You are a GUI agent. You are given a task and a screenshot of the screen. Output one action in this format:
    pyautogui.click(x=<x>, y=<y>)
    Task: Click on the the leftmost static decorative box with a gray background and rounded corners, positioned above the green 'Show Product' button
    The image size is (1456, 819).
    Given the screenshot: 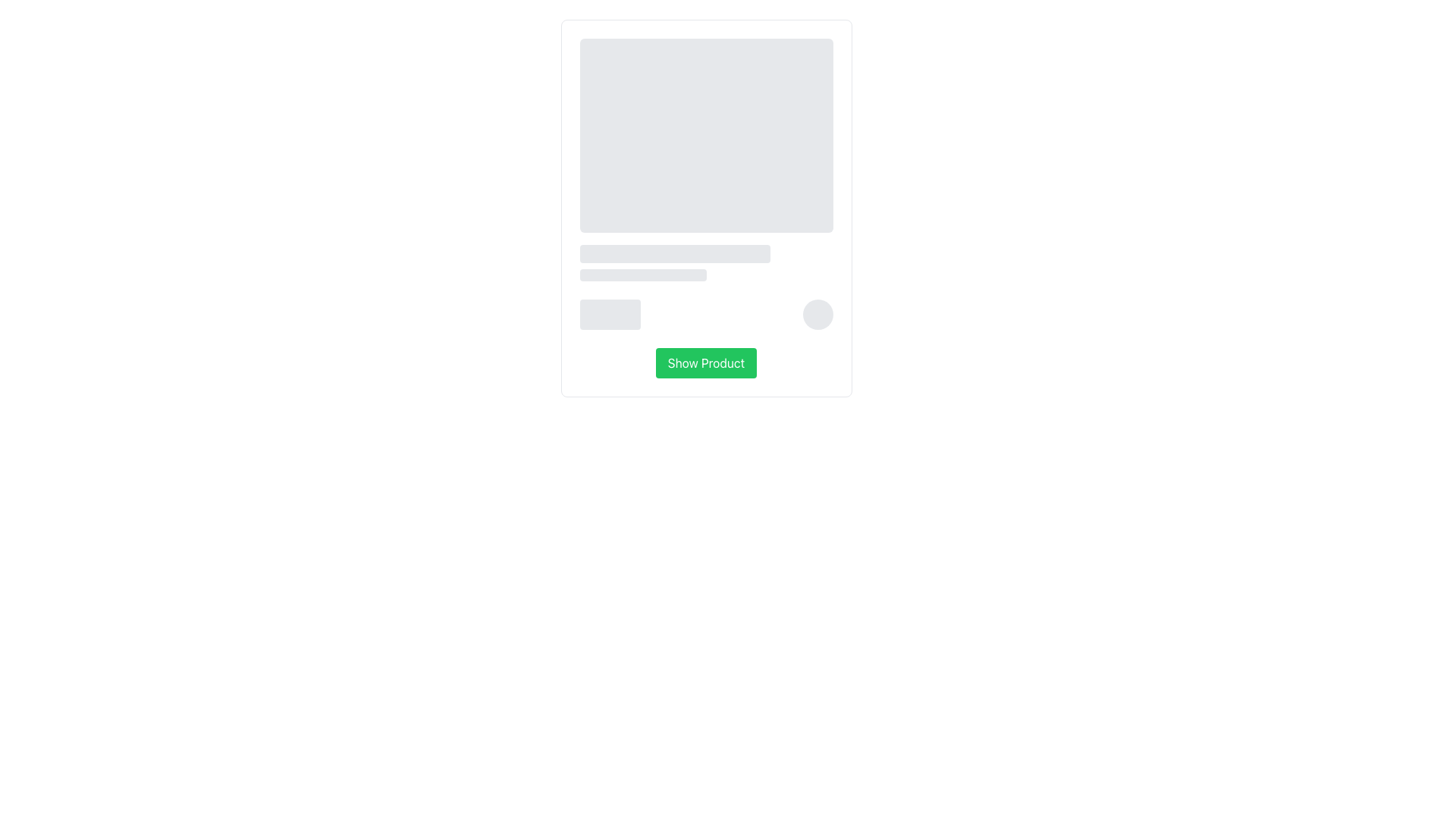 What is the action you would take?
    pyautogui.click(x=610, y=314)
    